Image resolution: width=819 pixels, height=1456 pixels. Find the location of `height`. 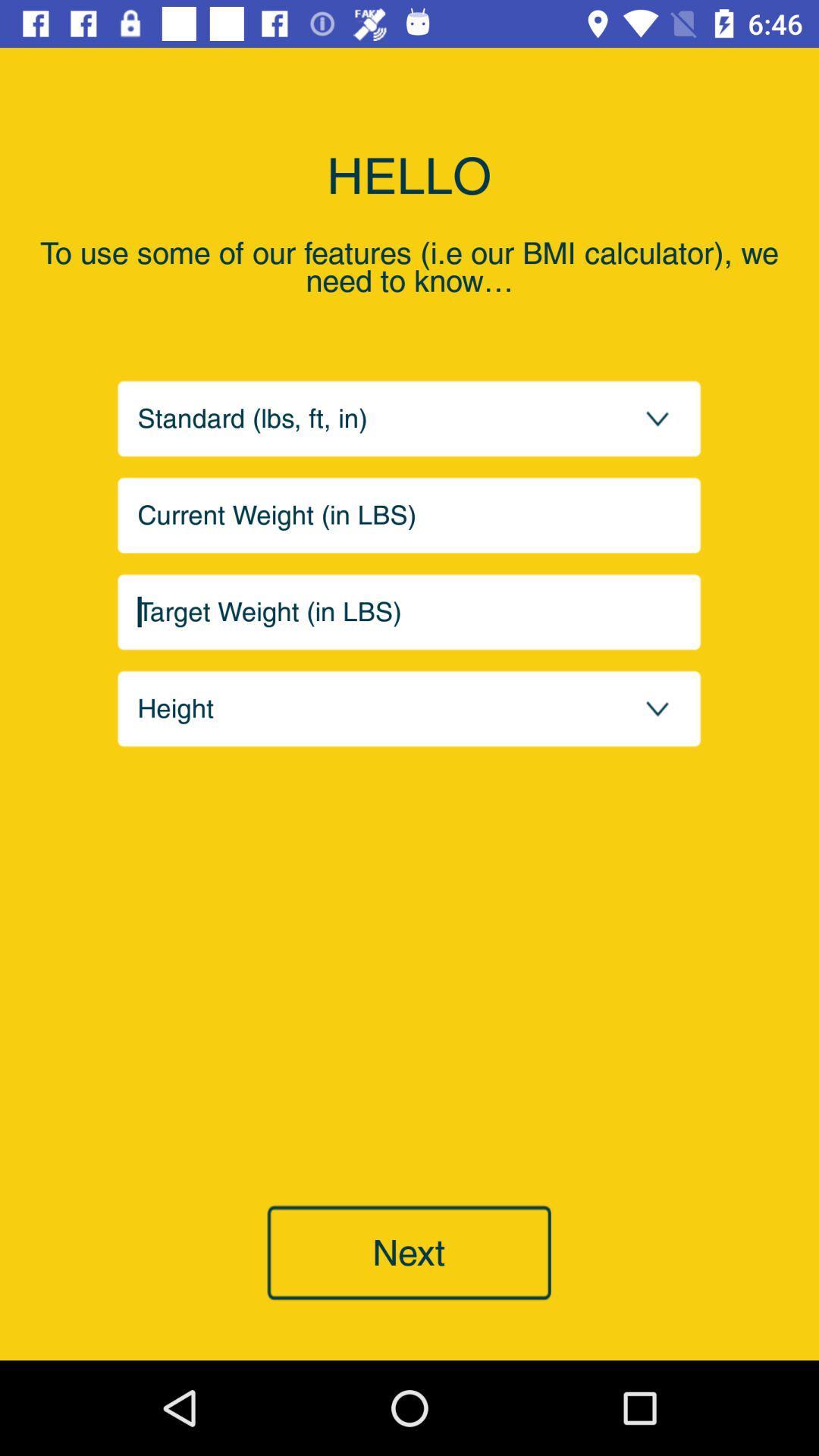

height is located at coordinates (409, 708).